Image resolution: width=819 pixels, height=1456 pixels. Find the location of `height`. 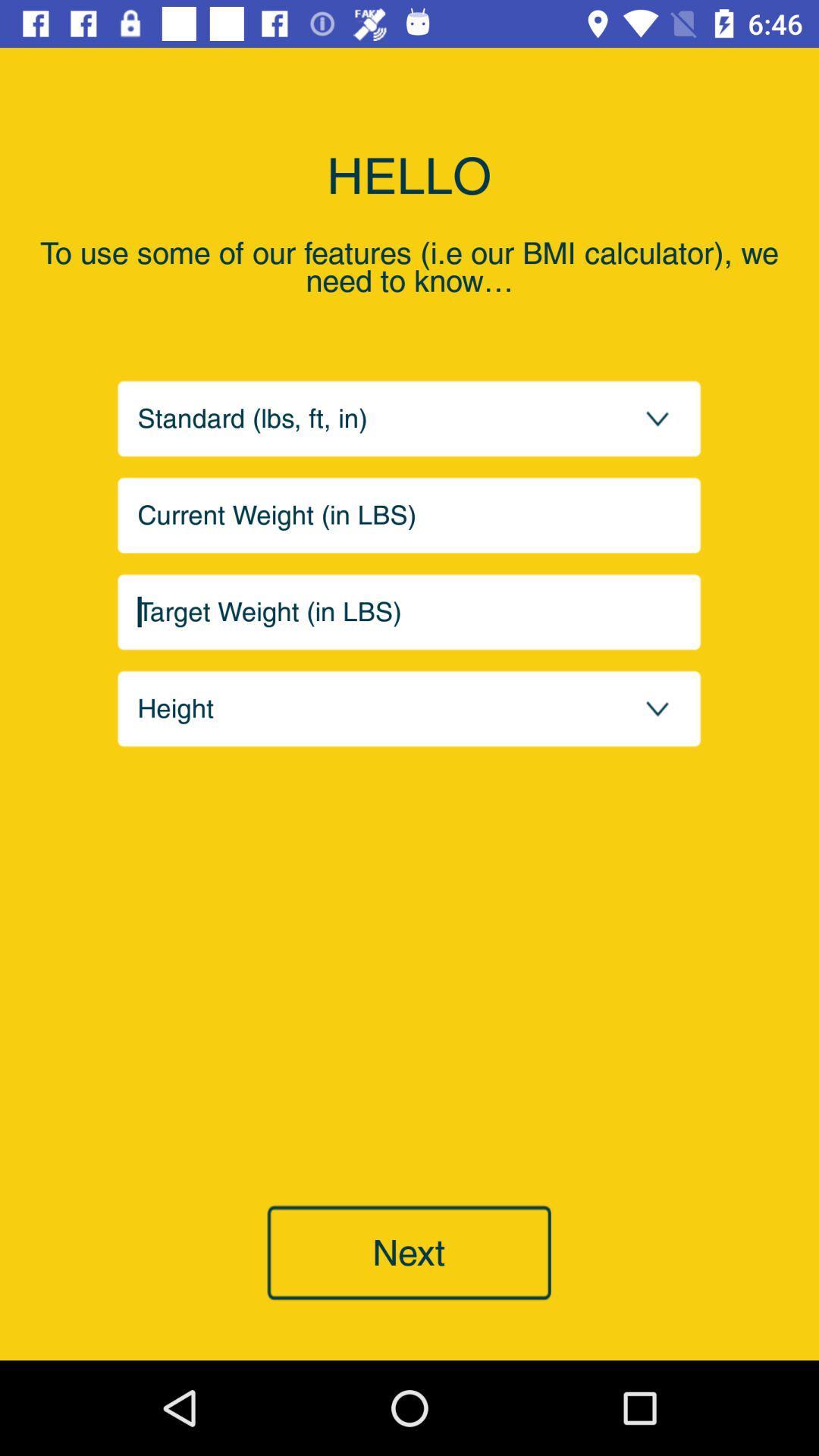

height is located at coordinates (409, 708).